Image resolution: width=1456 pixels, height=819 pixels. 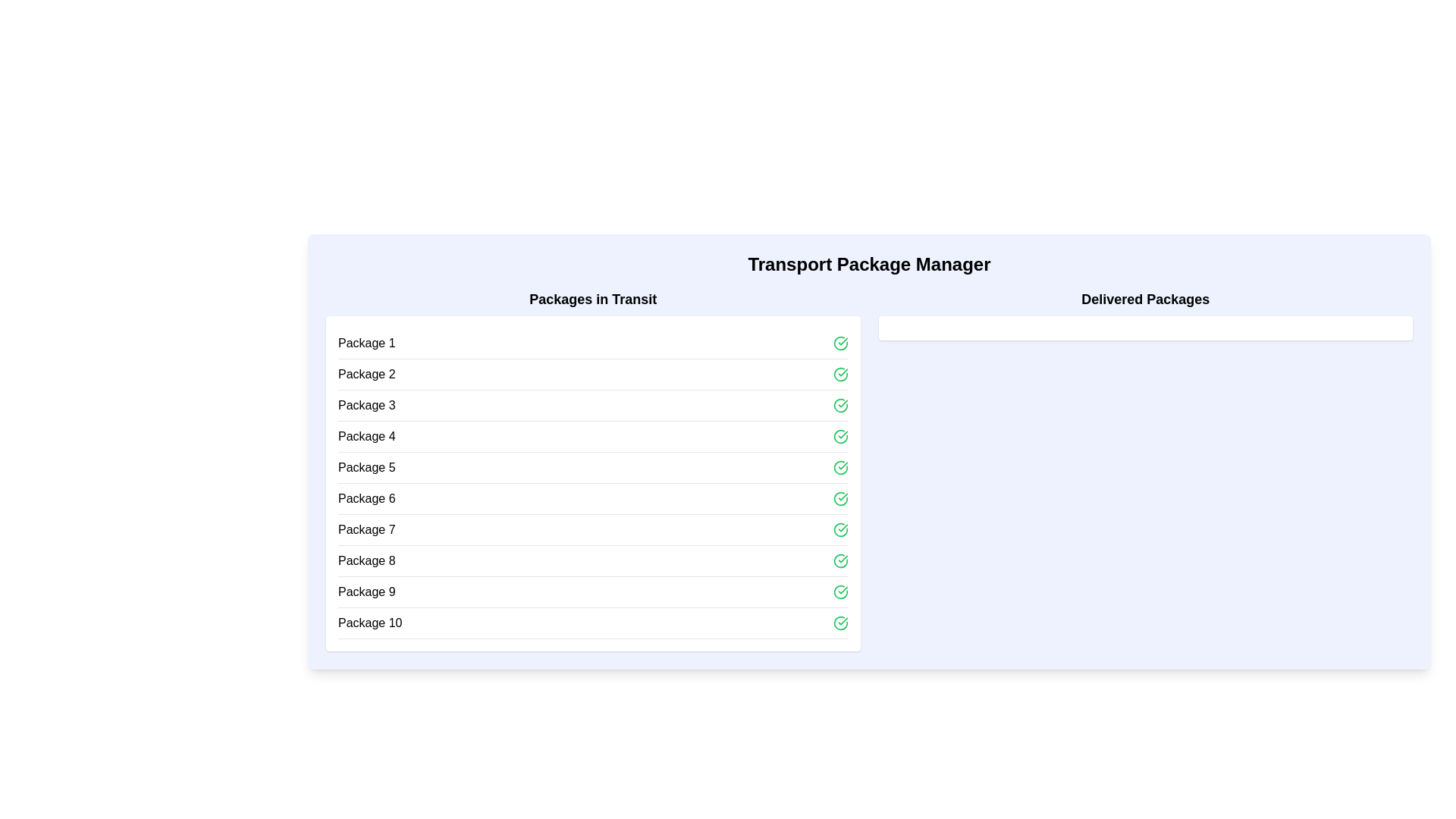 What do you see at coordinates (592, 591) in the screenshot?
I see `the ninth item in the 'Packages in Transit' list` at bounding box center [592, 591].